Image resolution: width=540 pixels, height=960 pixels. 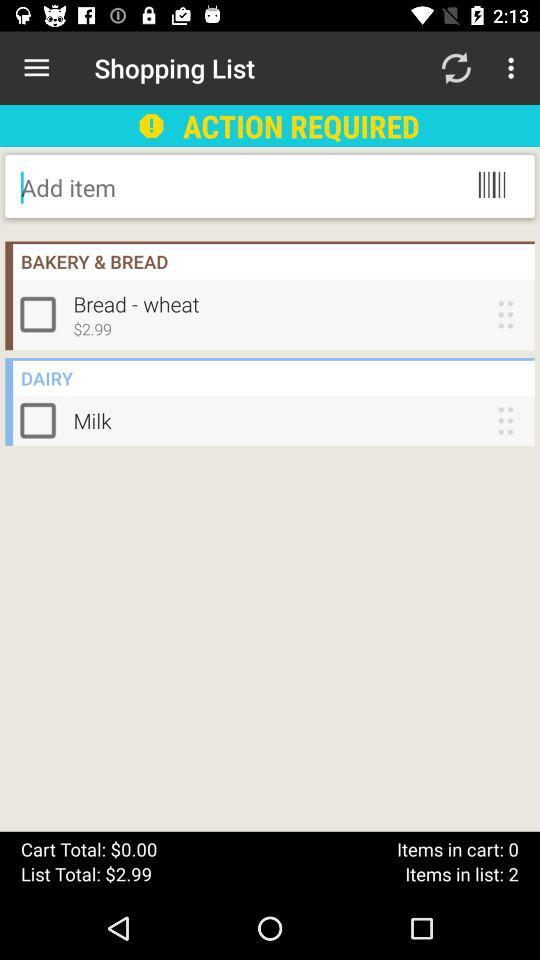 What do you see at coordinates (455, 68) in the screenshot?
I see `item next to action required item` at bounding box center [455, 68].